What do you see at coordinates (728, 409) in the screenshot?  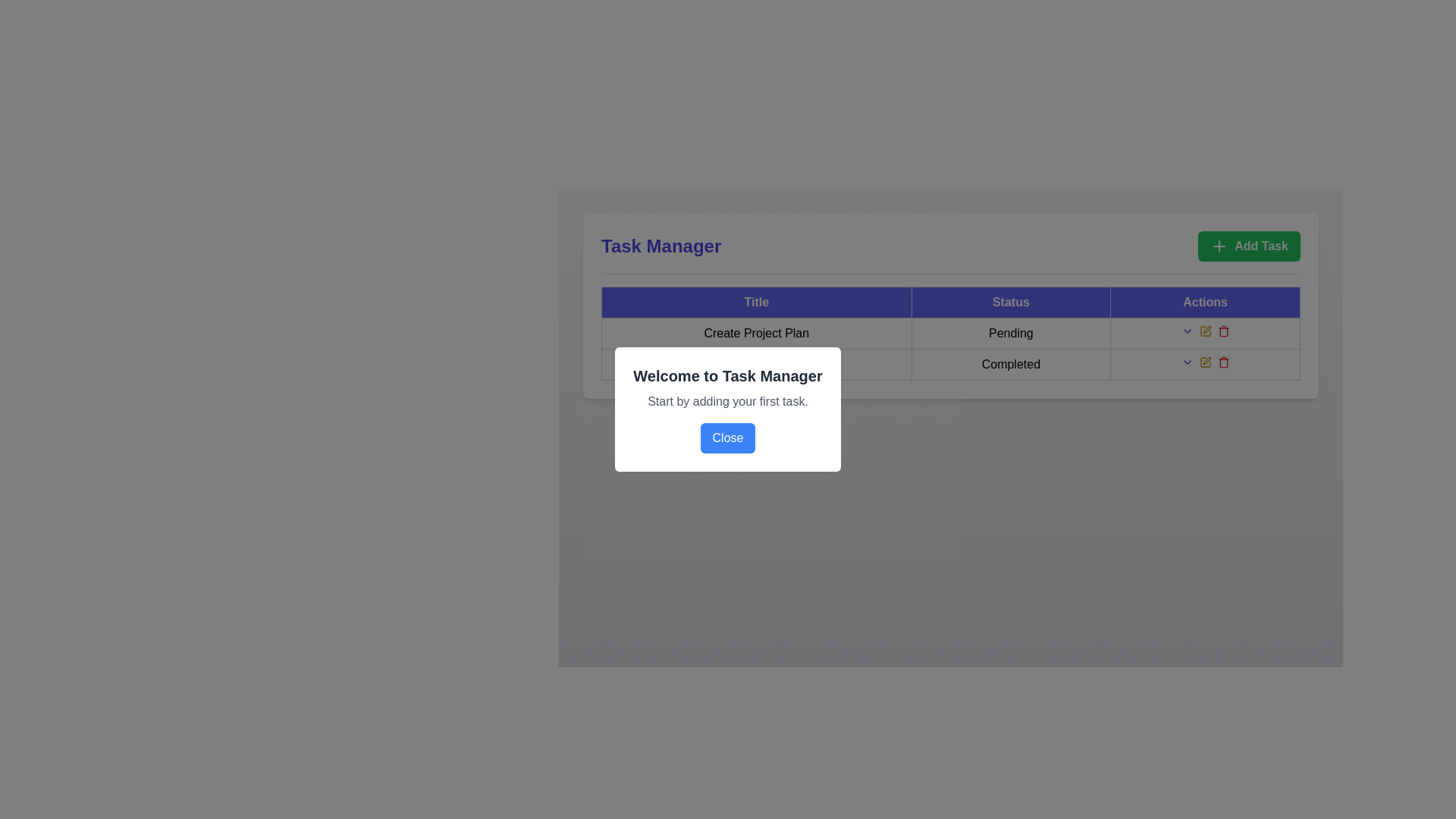 I see `the modal dialog box that introduces users to the task management tool and prompts them to start adding tasks` at bounding box center [728, 409].